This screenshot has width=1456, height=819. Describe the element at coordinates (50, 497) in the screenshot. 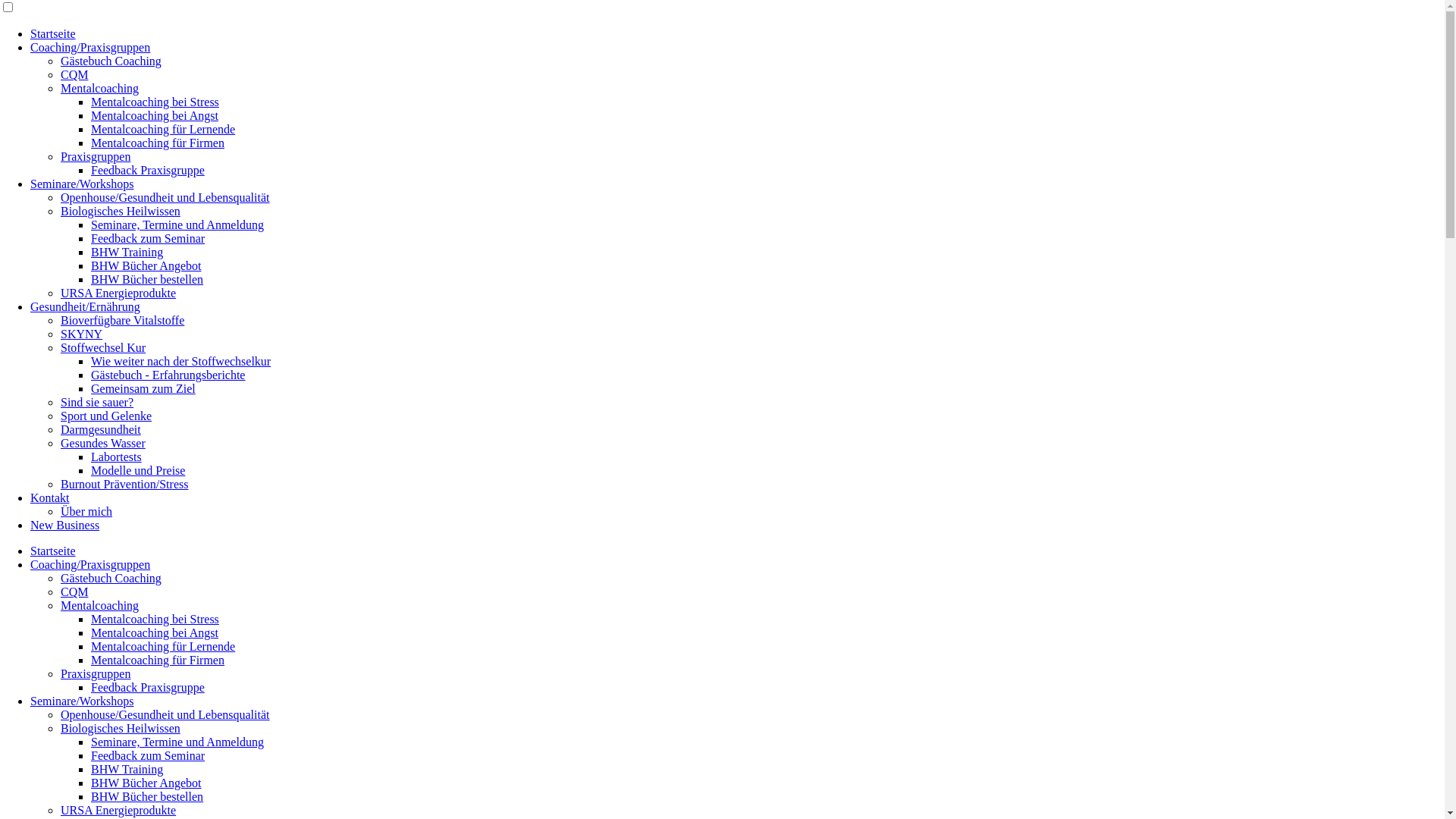

I see `'Kontakt'` at that location.